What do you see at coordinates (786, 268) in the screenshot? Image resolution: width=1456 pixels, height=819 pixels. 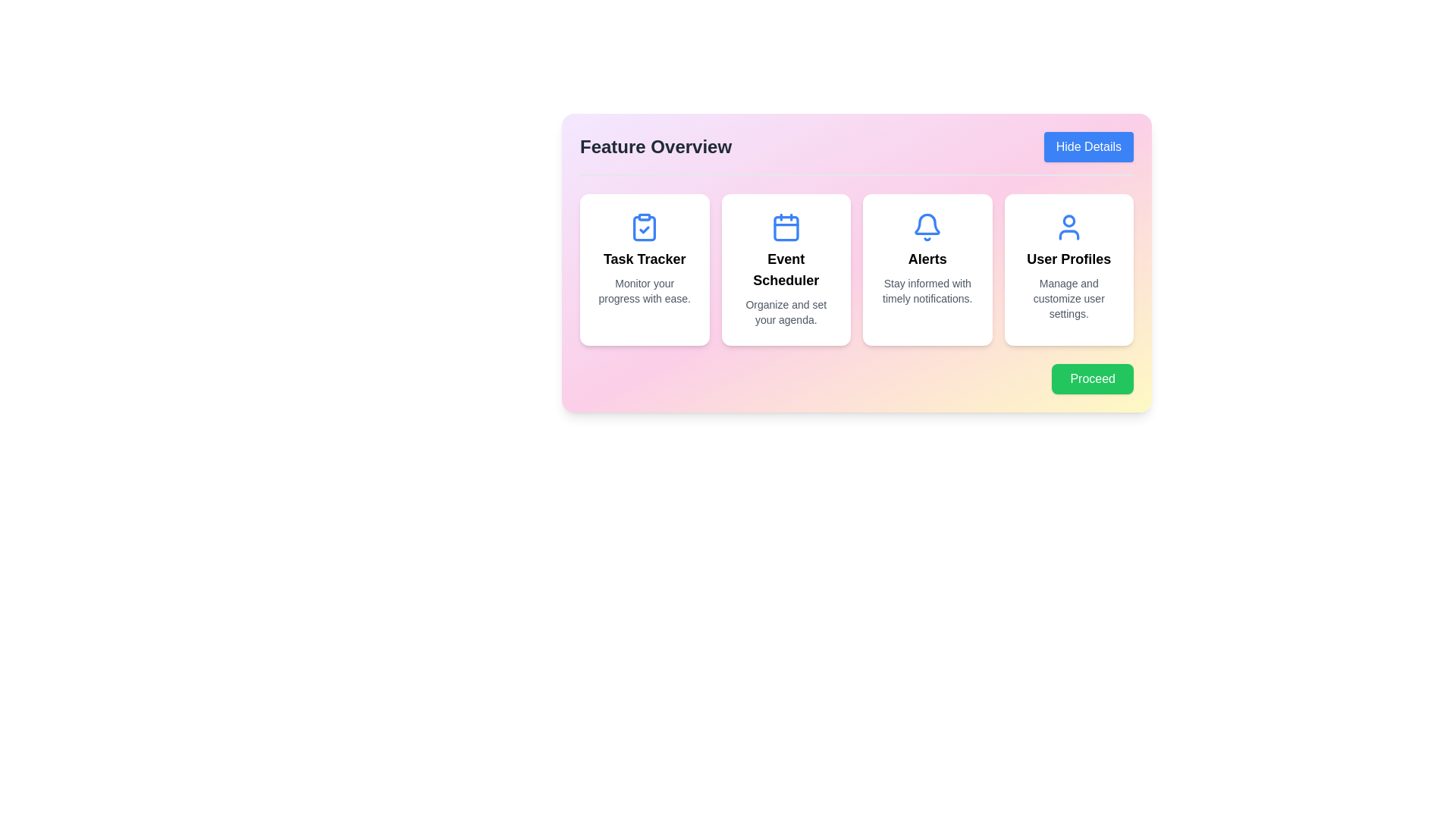 I see `the text element displaying 'Event Scheduler' which is prominently styled in bold and larger font, positioned centrally below an icon and above descriptive text` at bounding box center [786, 268].